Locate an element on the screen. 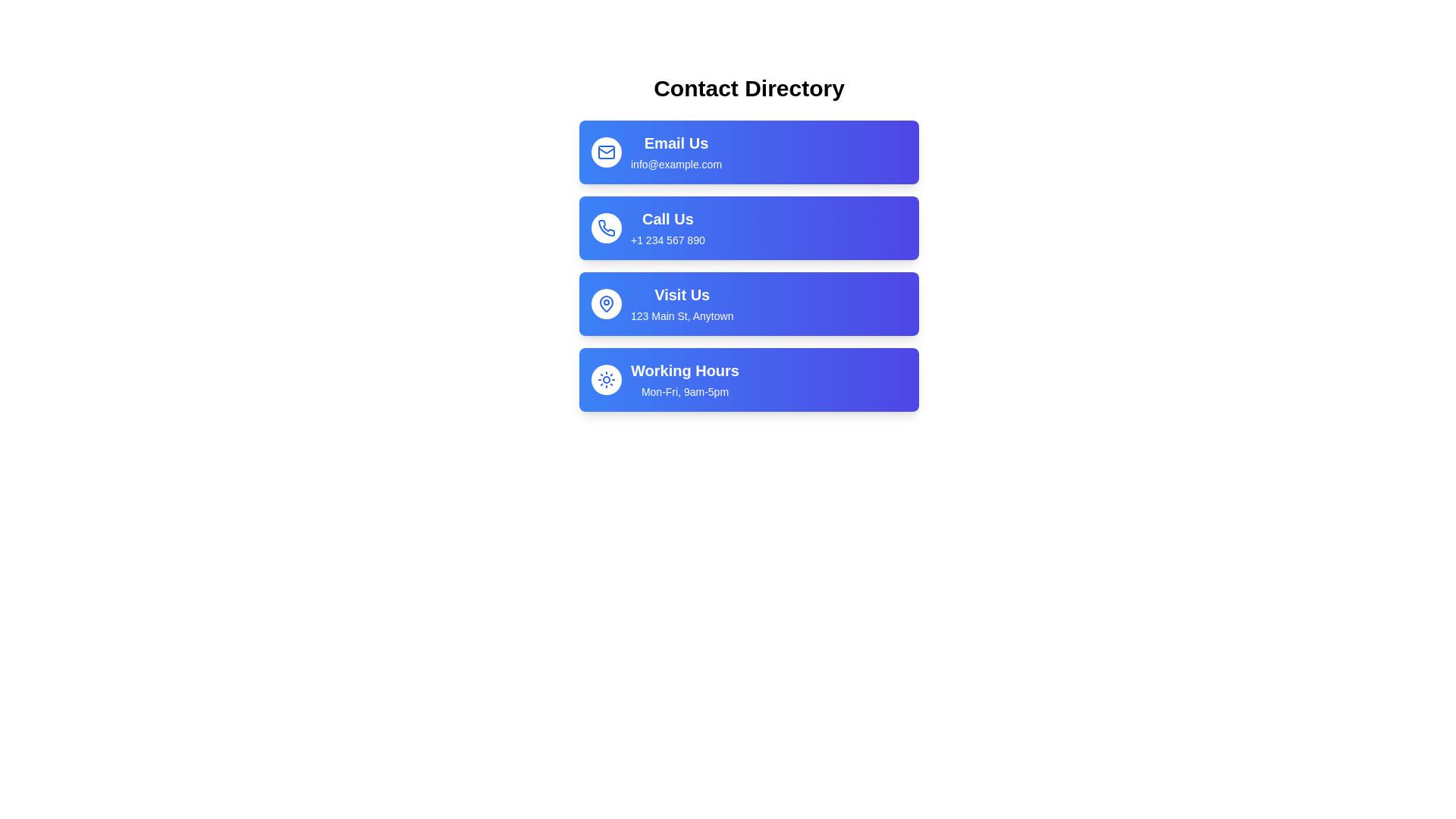 This screenshot has height=819, width=1456. the informational Text label displaying working hours, located below the 'Working Hours' title in the Contact Directory interface is located at coordinates (684, 391).